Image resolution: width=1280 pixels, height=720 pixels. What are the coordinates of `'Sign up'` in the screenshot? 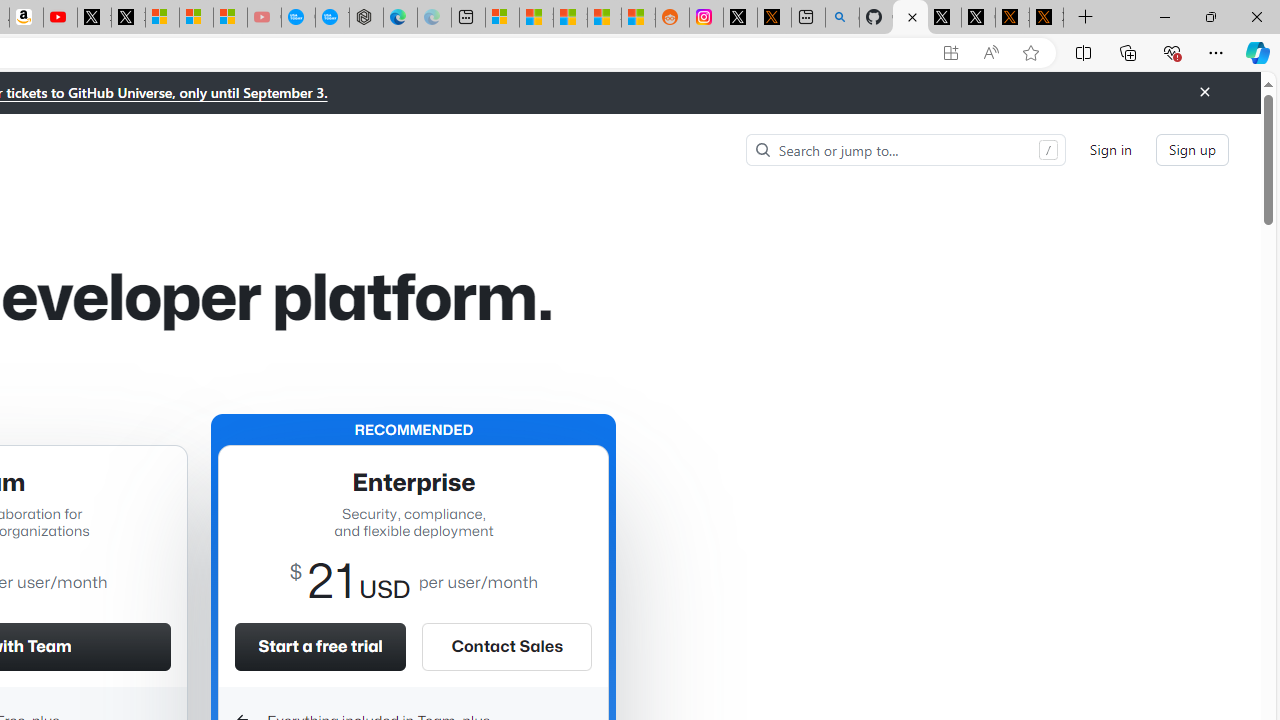 It's located at (1192, 148).